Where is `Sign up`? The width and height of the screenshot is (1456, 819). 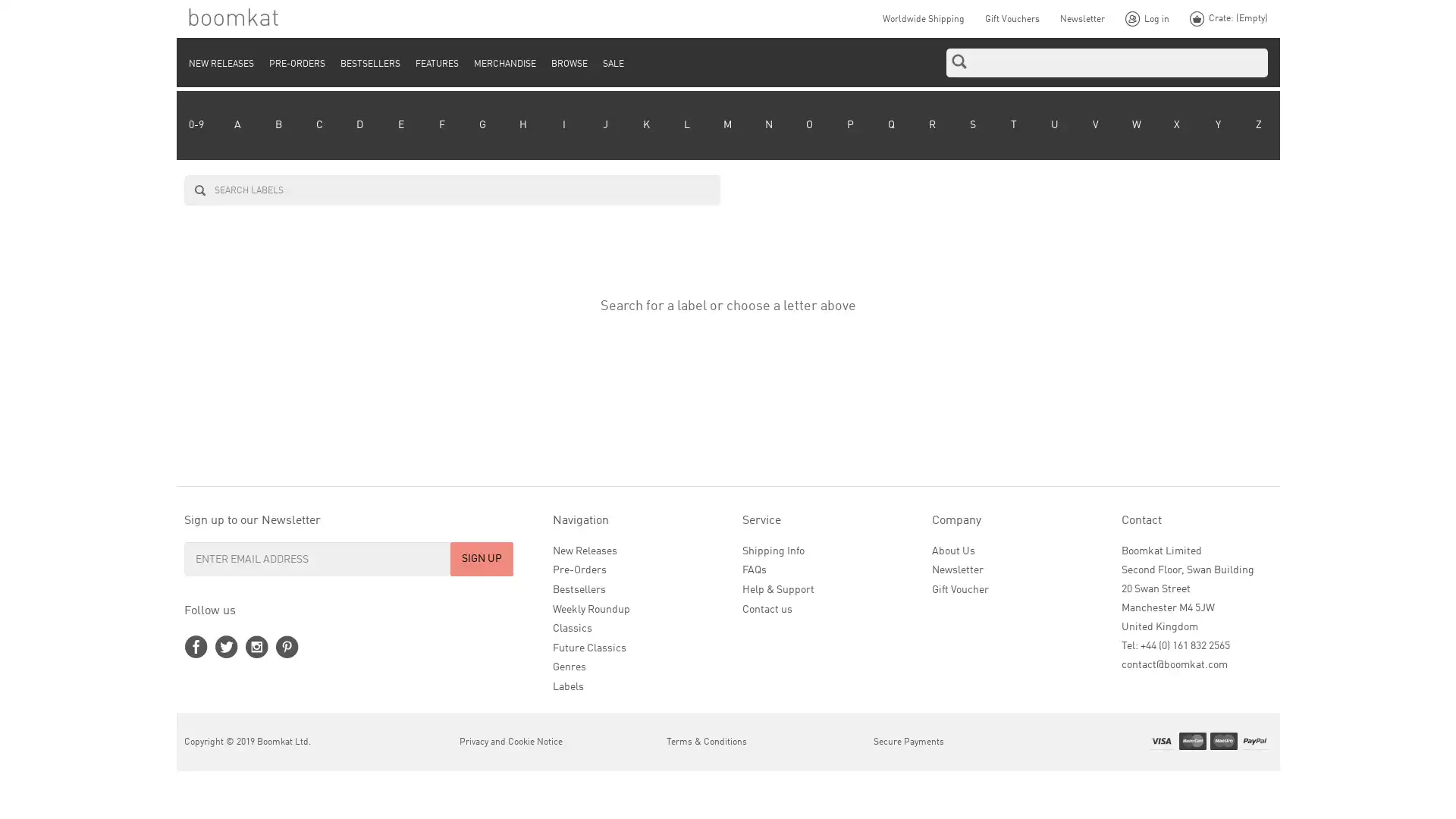 Sign up is located at coordinates (481, 558).